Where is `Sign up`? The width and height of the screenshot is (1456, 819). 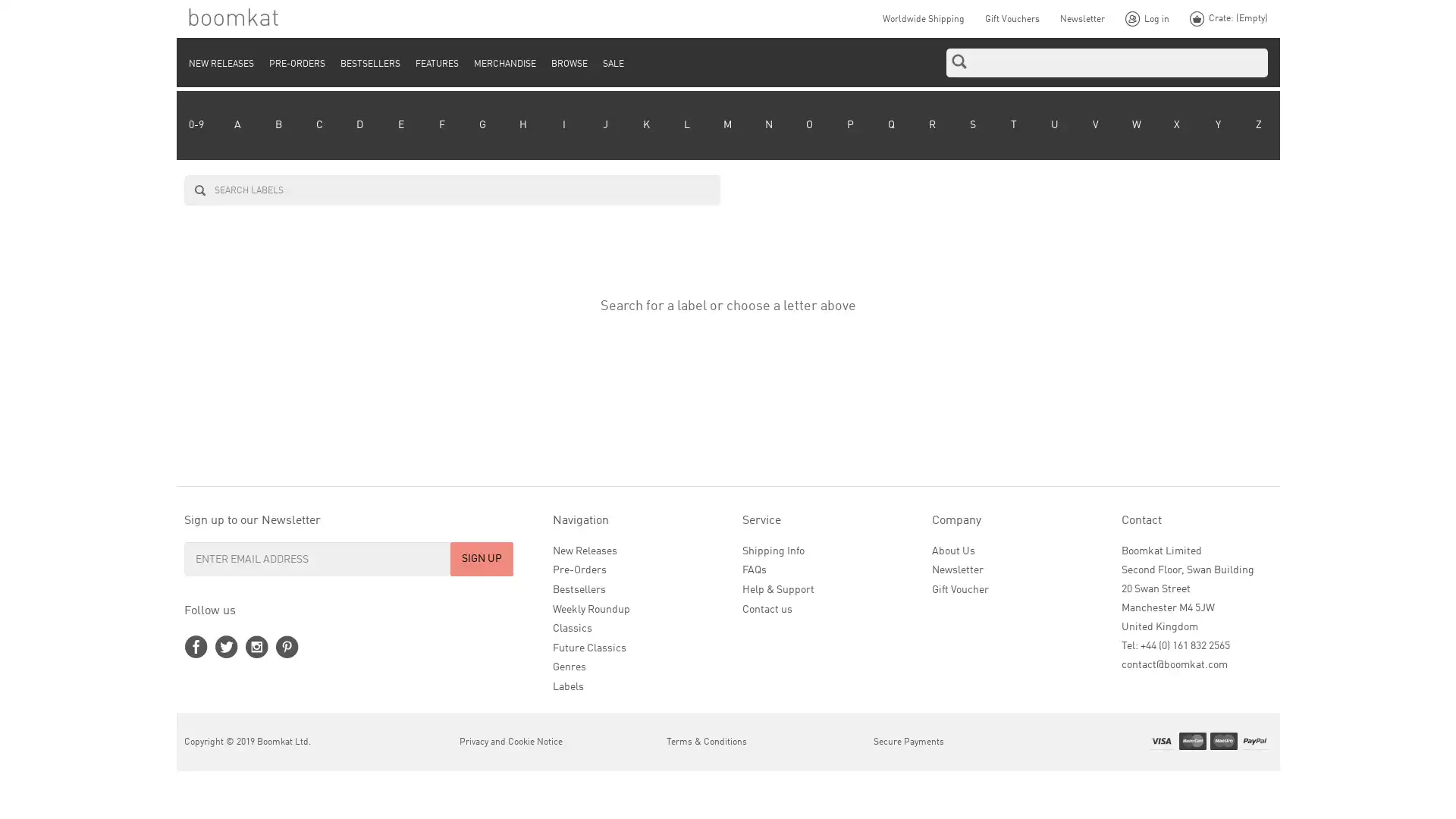 Sign up is located at coordinates (481, 558).